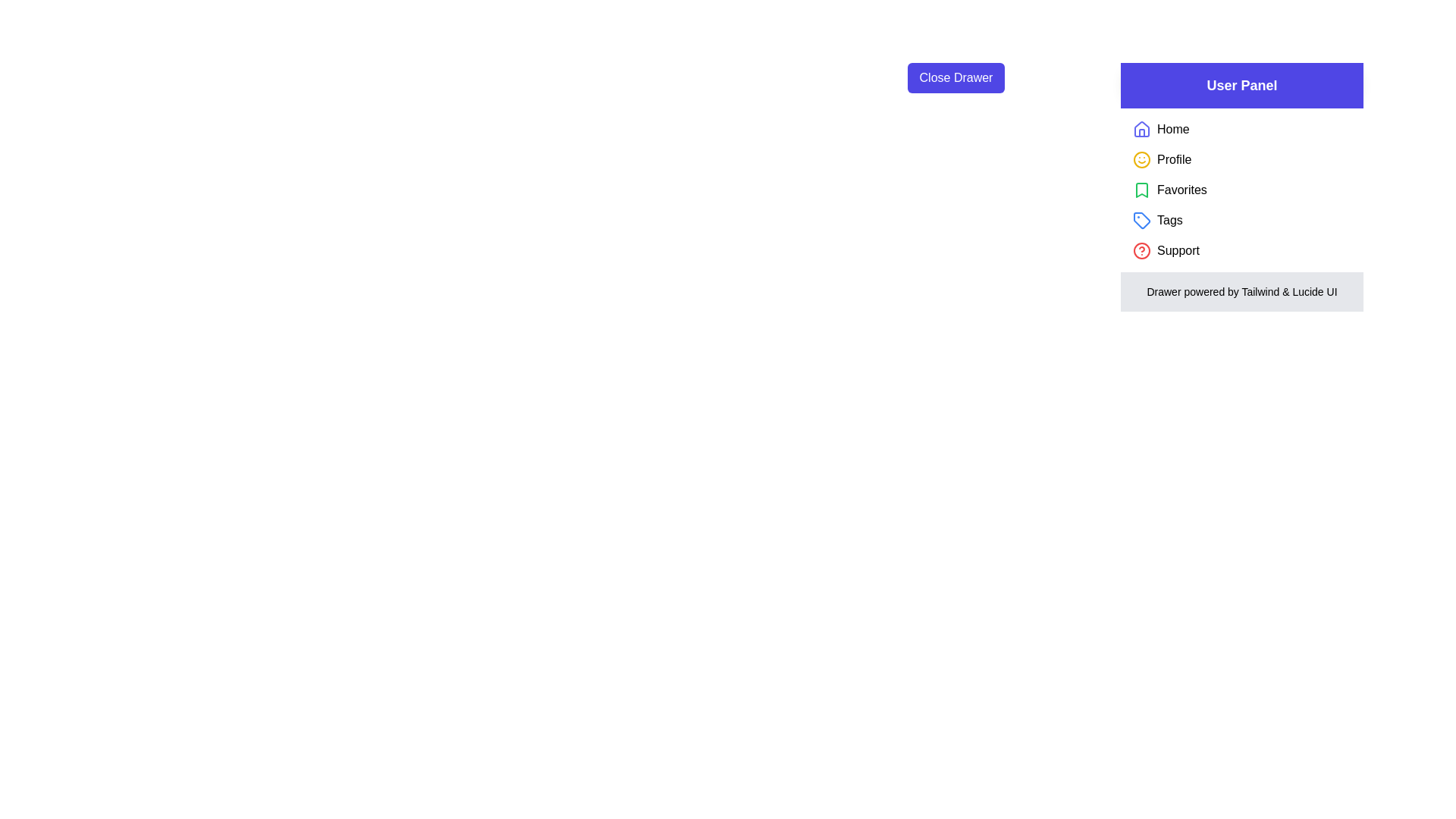  I want to click on the menu item Favorites in the drawer, so click(1181, 189).